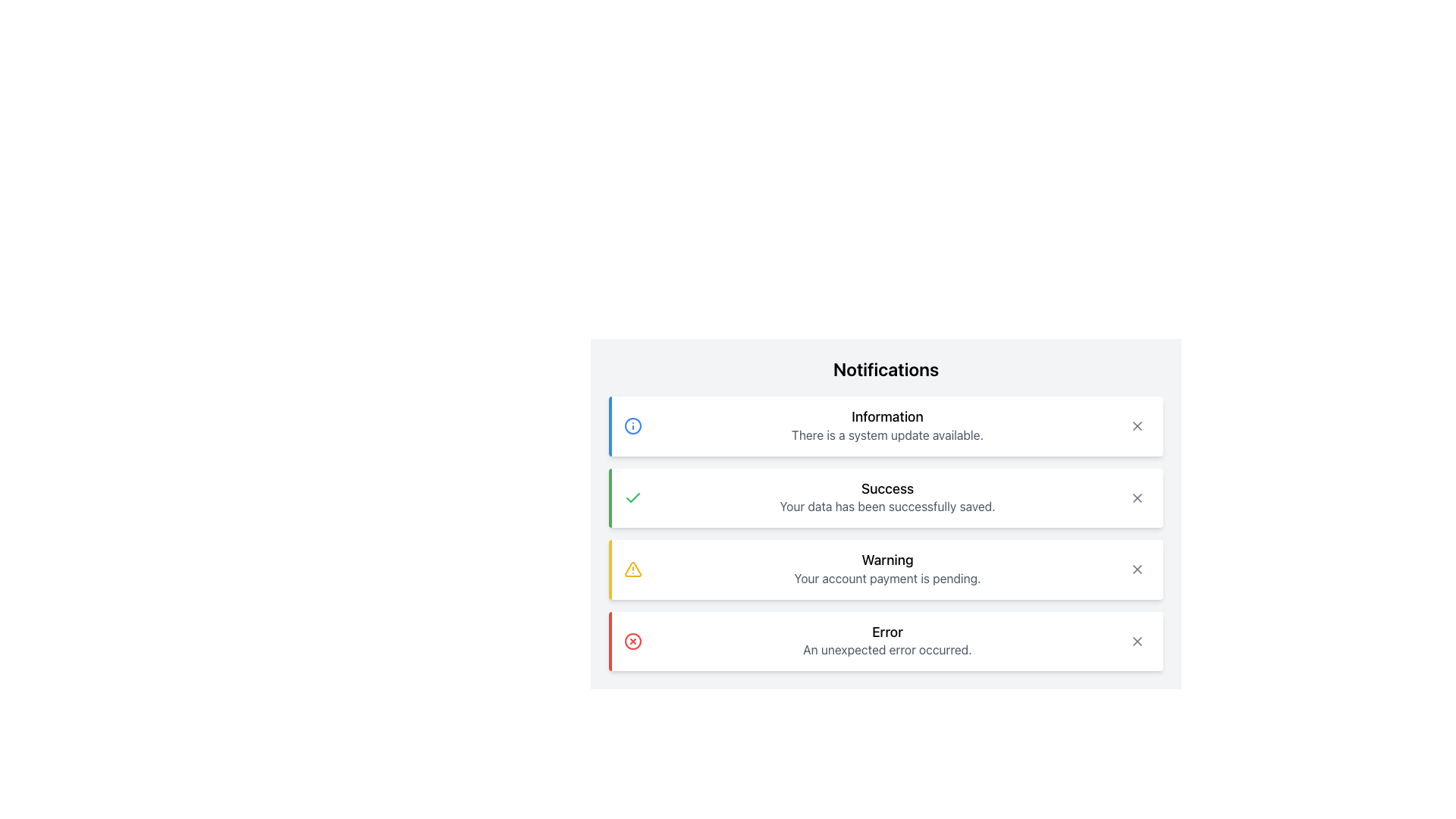 The height and width of the screenshot is (819, 1456). What do you see at coordinates (1137, 497) in the screenshot?
I see `the close icon in the top-right corner of the 'Success' notification to trigger the hover effect` at bounding box center [1137, 497].